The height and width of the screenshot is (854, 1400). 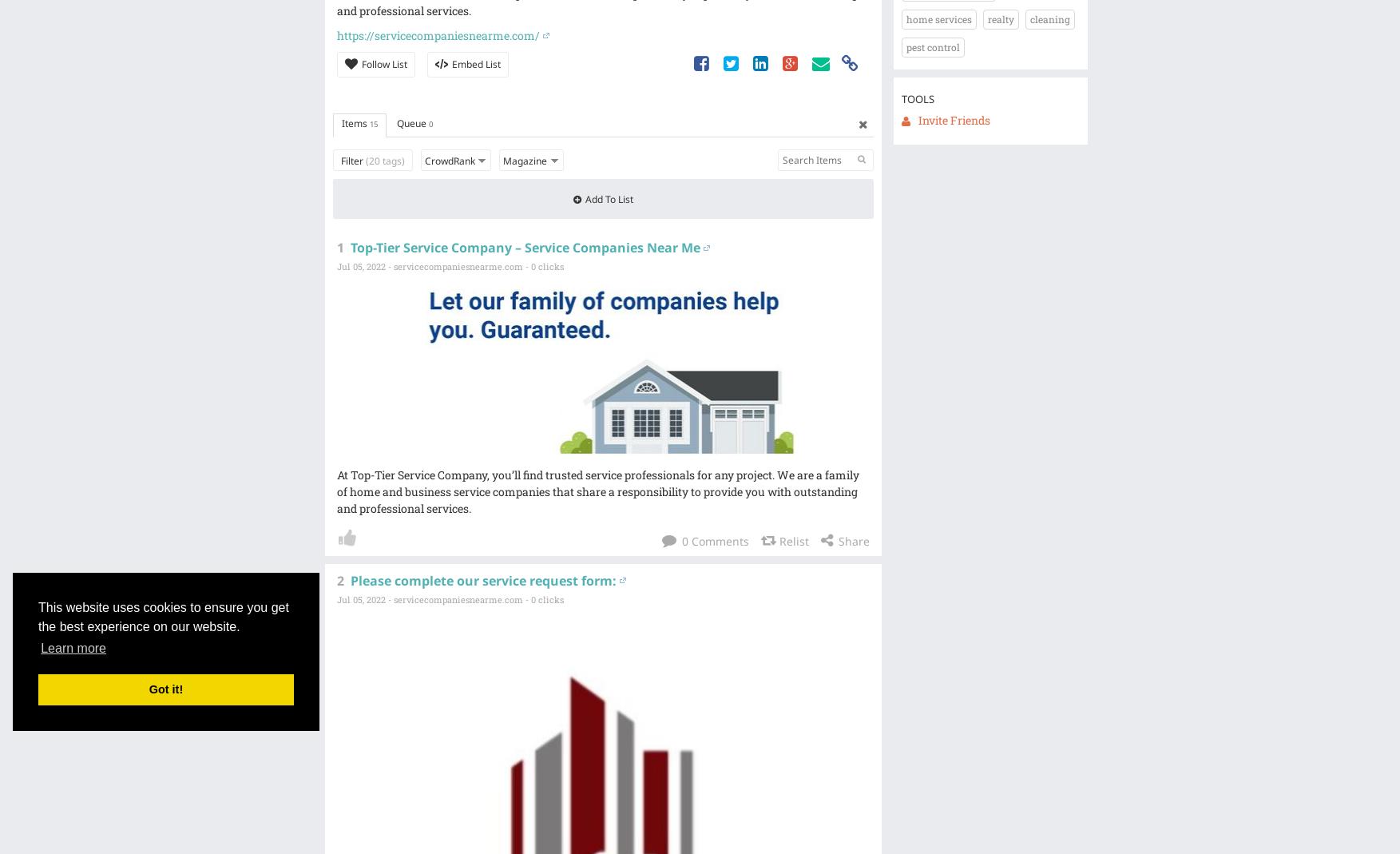 What do you see at coordinates (339, 578) in the screenshot?
I see `'2'` at bounding box center [339, 578].